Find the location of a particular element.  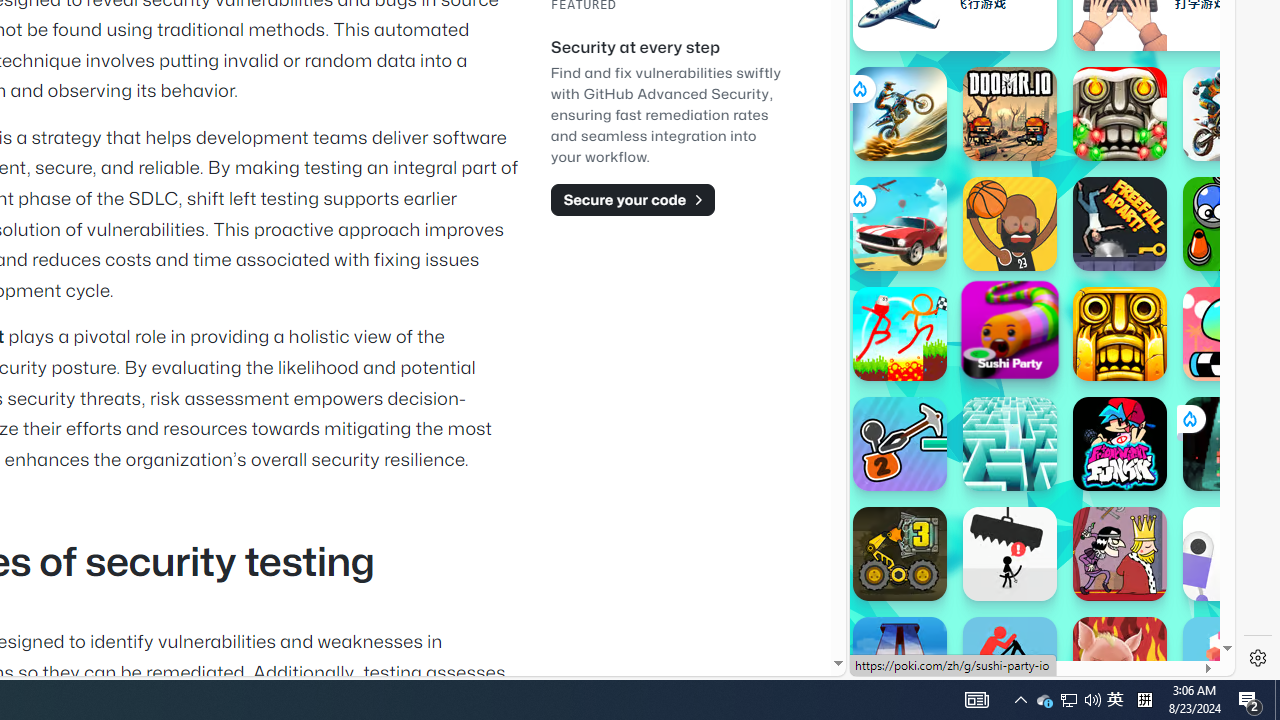

'Temple Run 2: Frozen Festival Temple Run 2: Frozen Festival' is located at coordinates (1120, 114).